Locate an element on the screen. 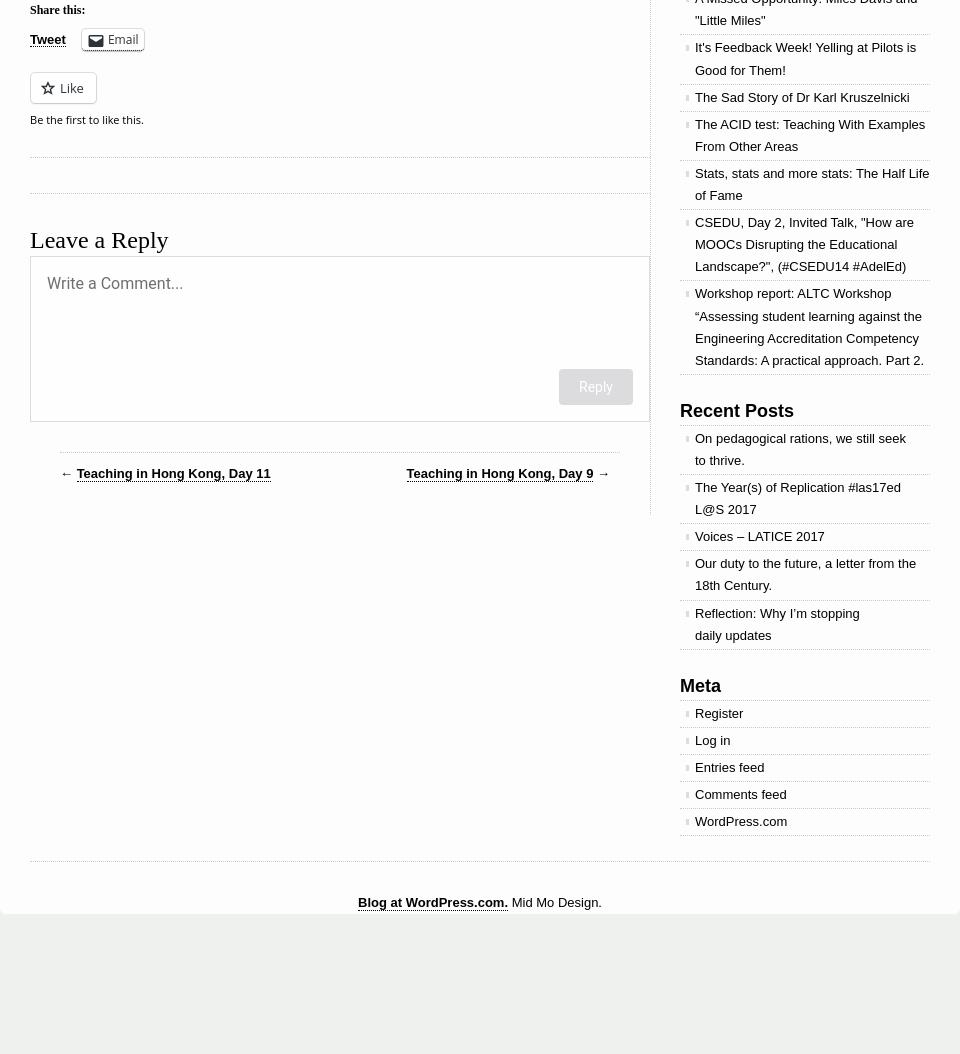 This screenshot has width=960, height=1054. 'WordPress.com' is located at coordinates (740, 820).